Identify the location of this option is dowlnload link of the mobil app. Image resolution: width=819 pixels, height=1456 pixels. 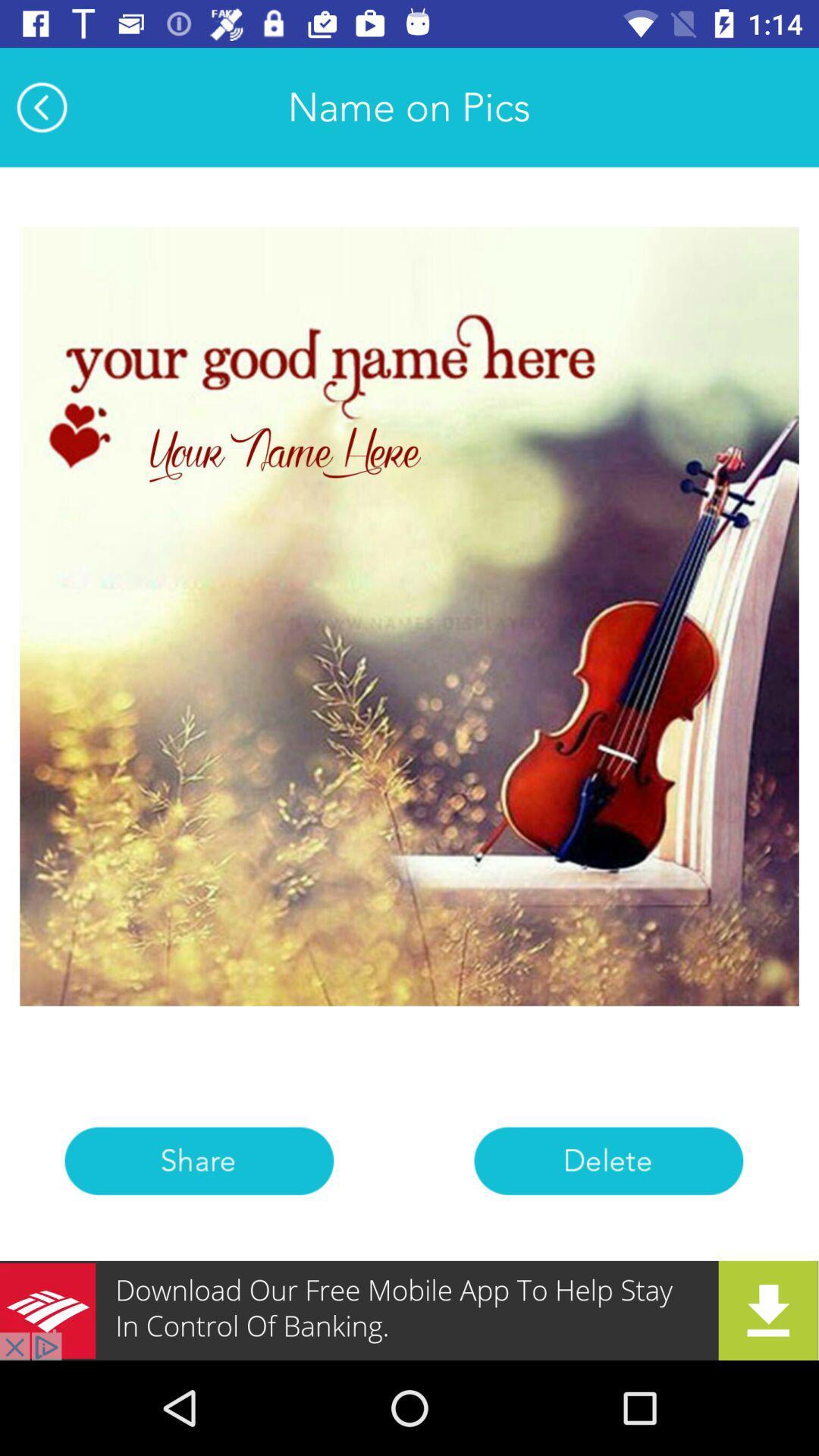
(409, 1310).